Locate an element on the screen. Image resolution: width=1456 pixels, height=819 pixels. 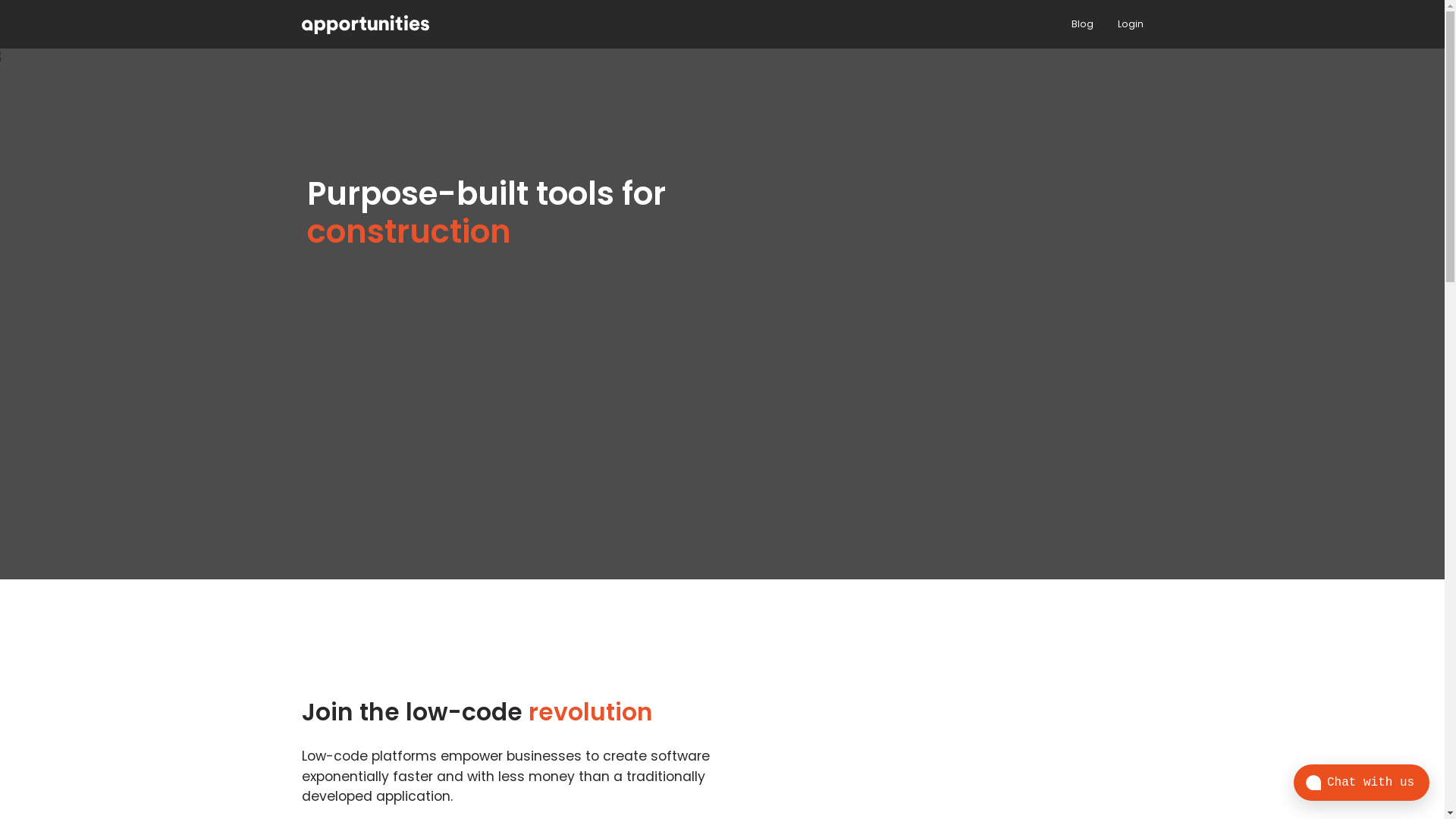
'Login' is located at coordinates (1131, 24).